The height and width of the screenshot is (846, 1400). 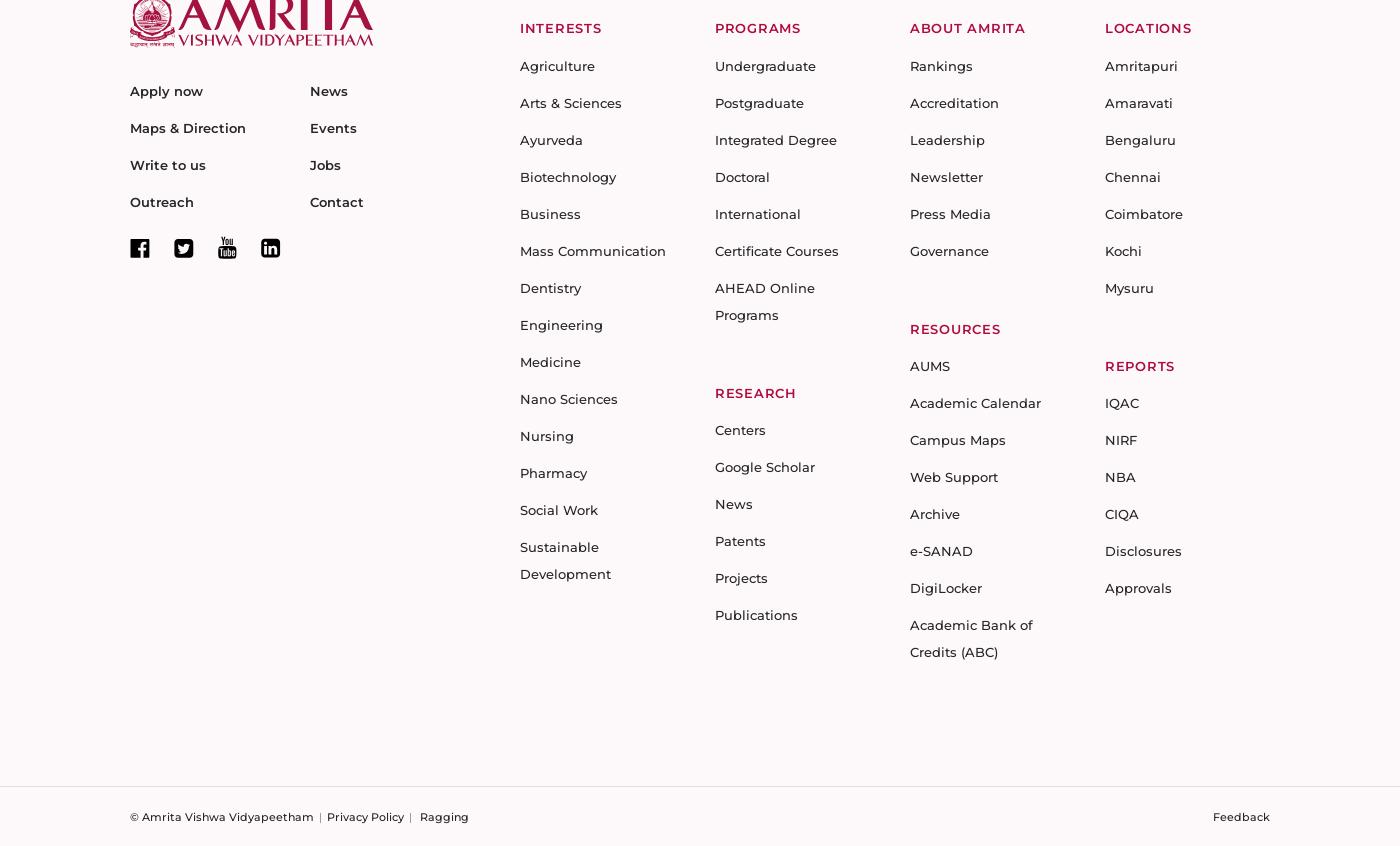 What do you see at coordinates (930, 364) in the screenshot?
I see `'AUMS'` at bounding box center [930, 364].